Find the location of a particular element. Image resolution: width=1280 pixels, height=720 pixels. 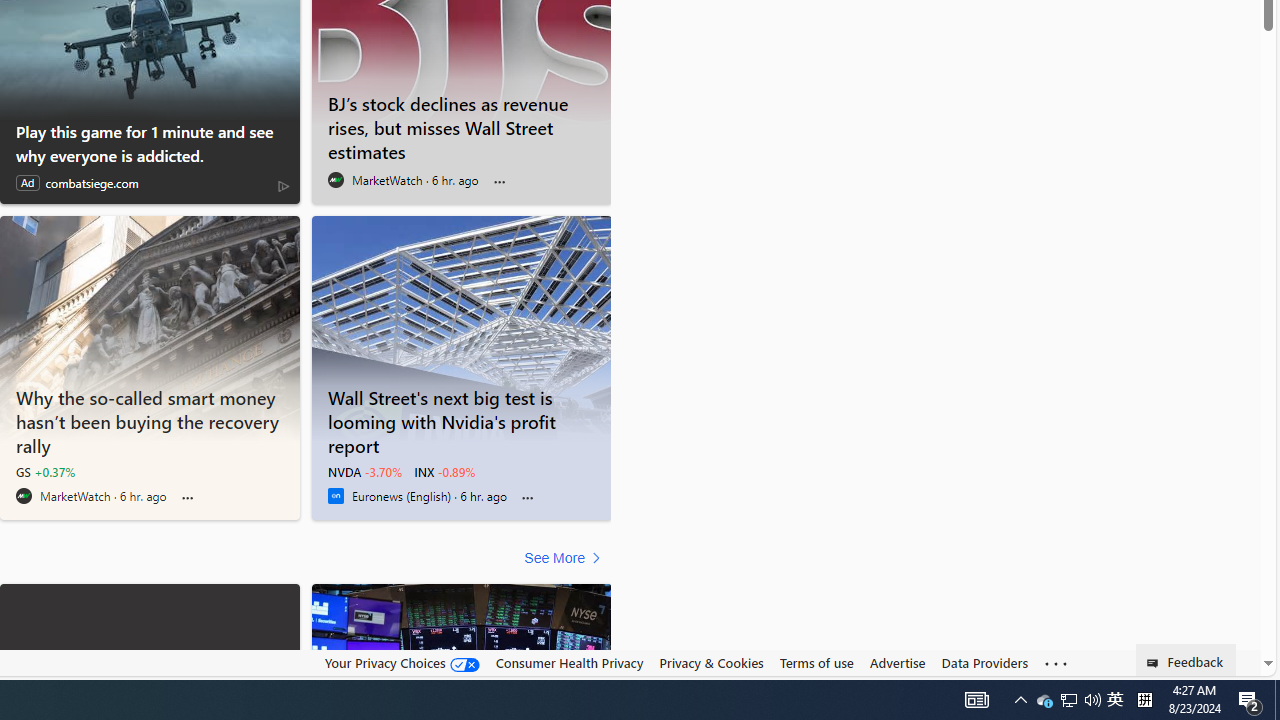

'INX -0.89%' is located at coordinates (443, 471).